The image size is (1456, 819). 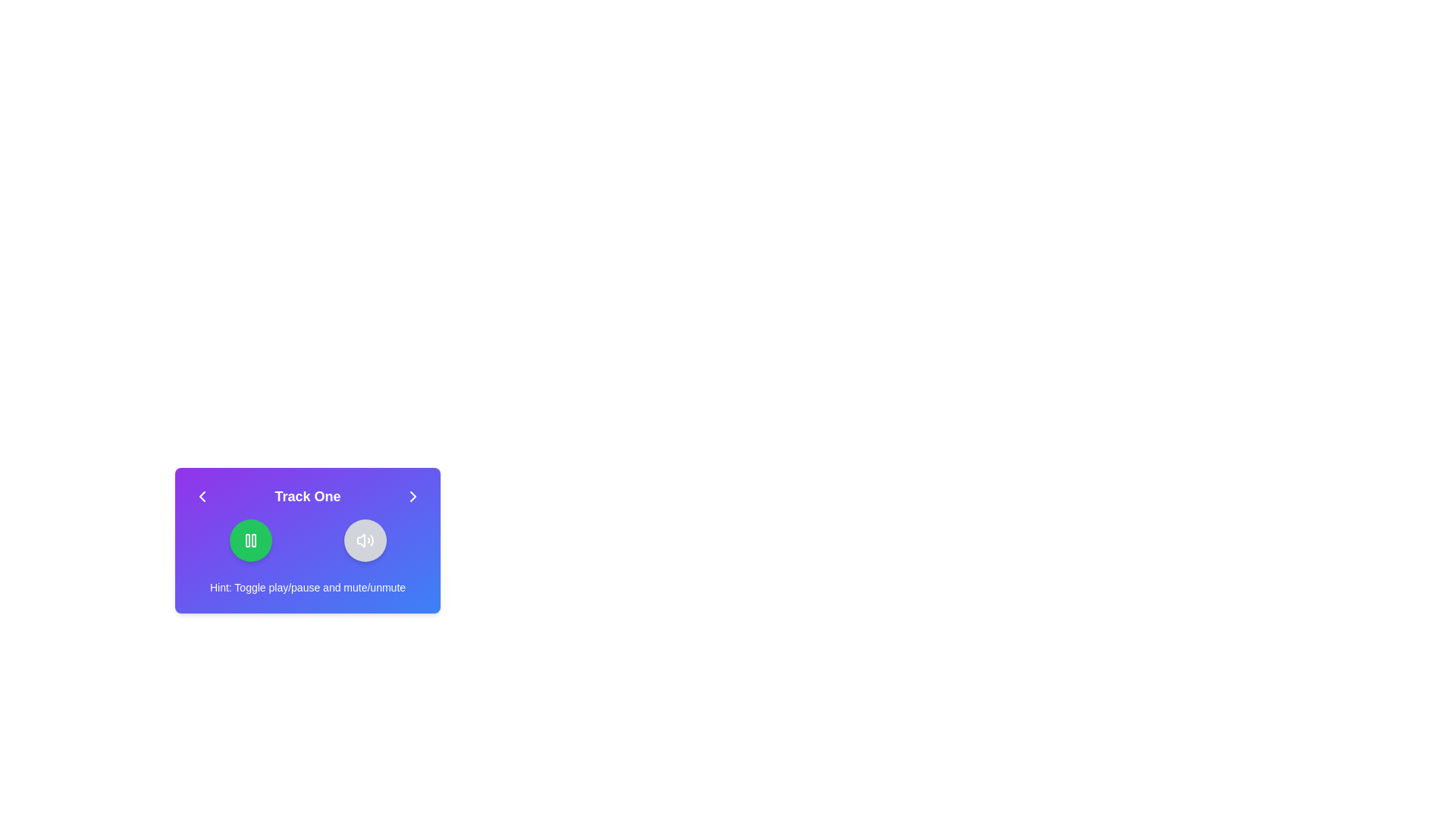 What do you see at coordinates (307, 540) in the screenshot?
I see `the green play/pause button in the Card component with multimedia controls` at bounding box center [307, 540].